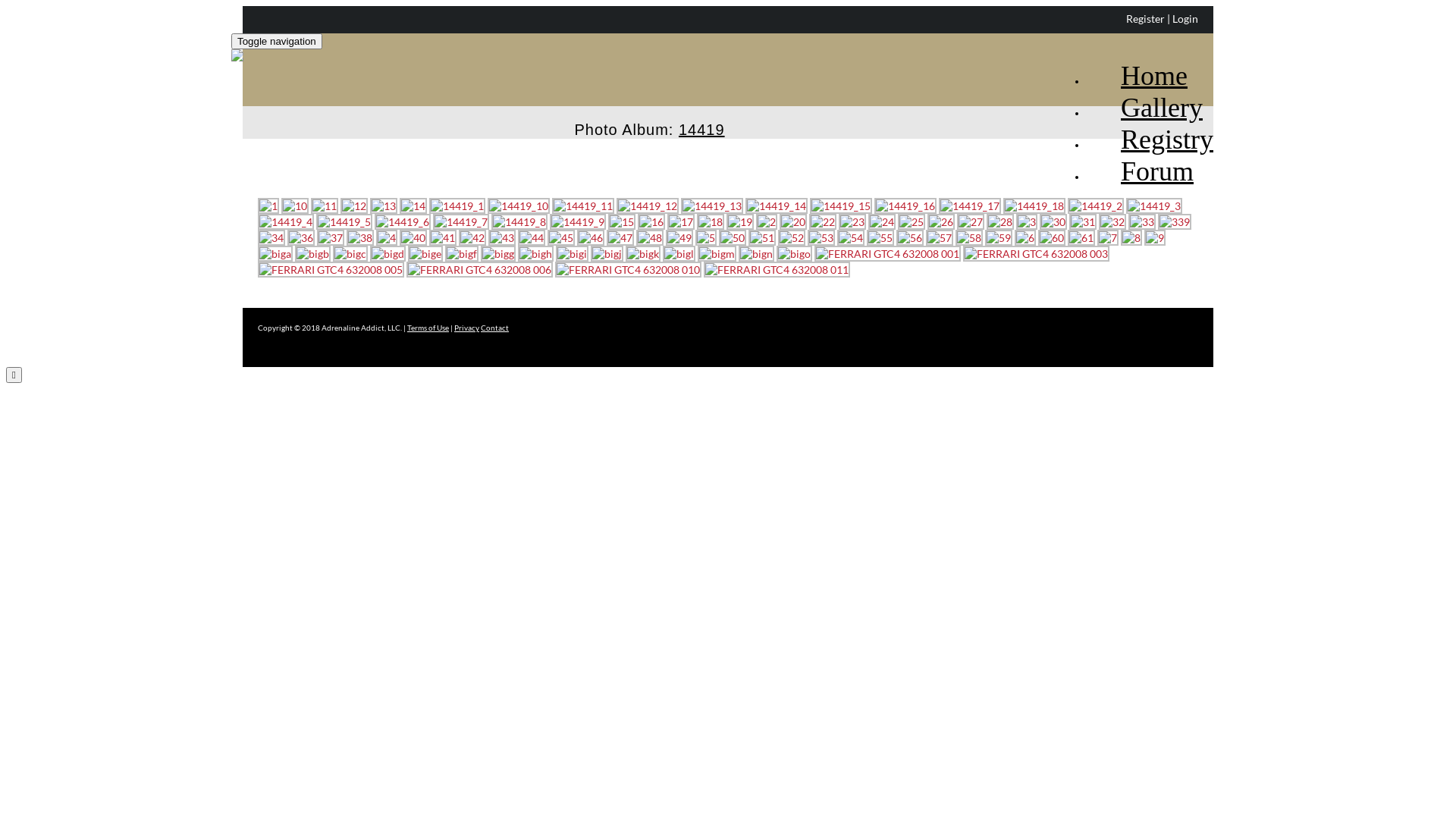 The height and width of the screenshot is (819, 1456). Describe the element at coordinates (739, 221) in the screenshot. I see `'19 (click to enlarge)'` at that location.